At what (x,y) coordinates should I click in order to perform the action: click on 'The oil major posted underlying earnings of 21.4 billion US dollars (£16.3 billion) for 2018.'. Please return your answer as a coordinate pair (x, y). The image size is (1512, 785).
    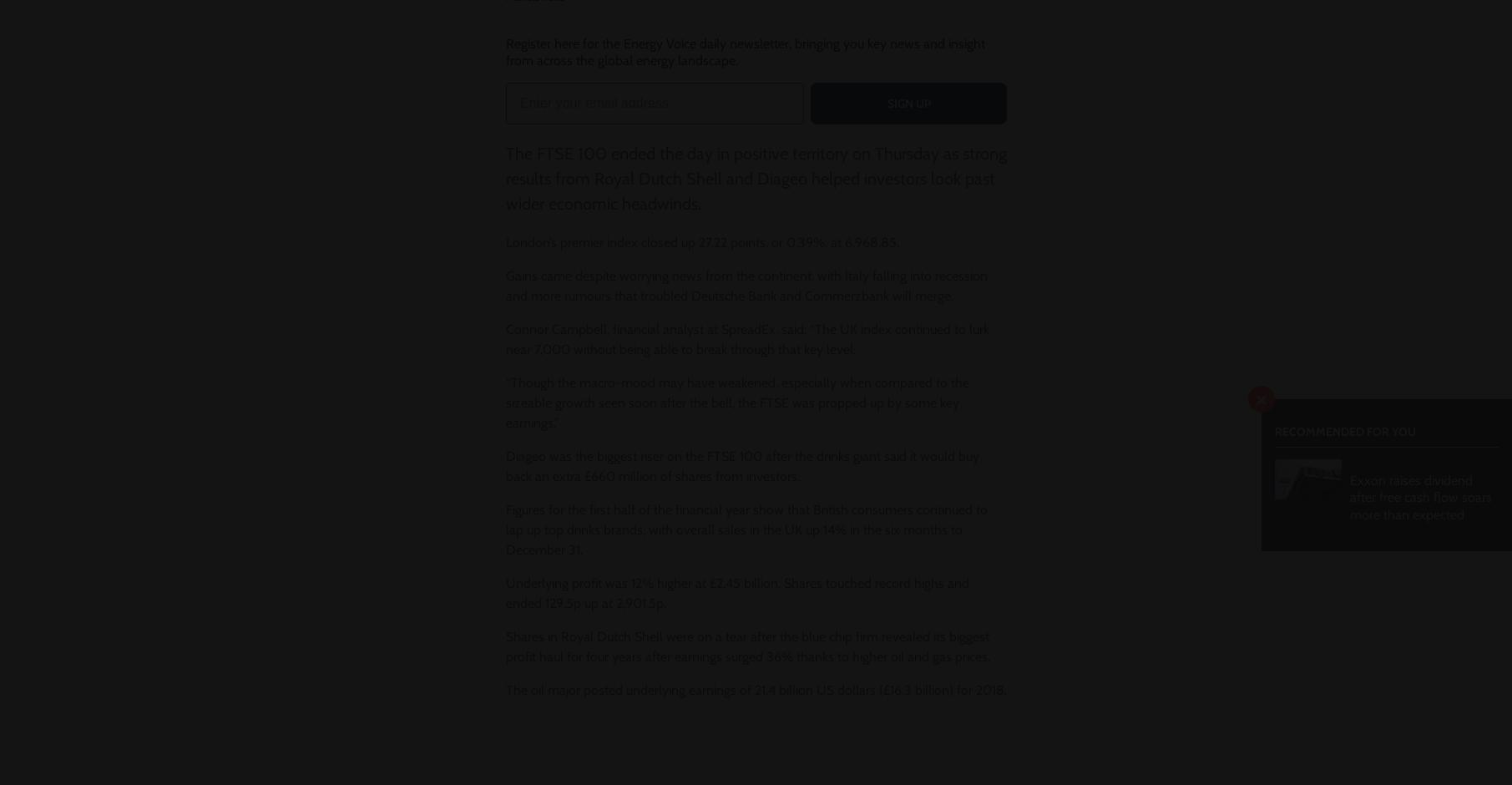
    Looking at the image, I should click on (755, 689).